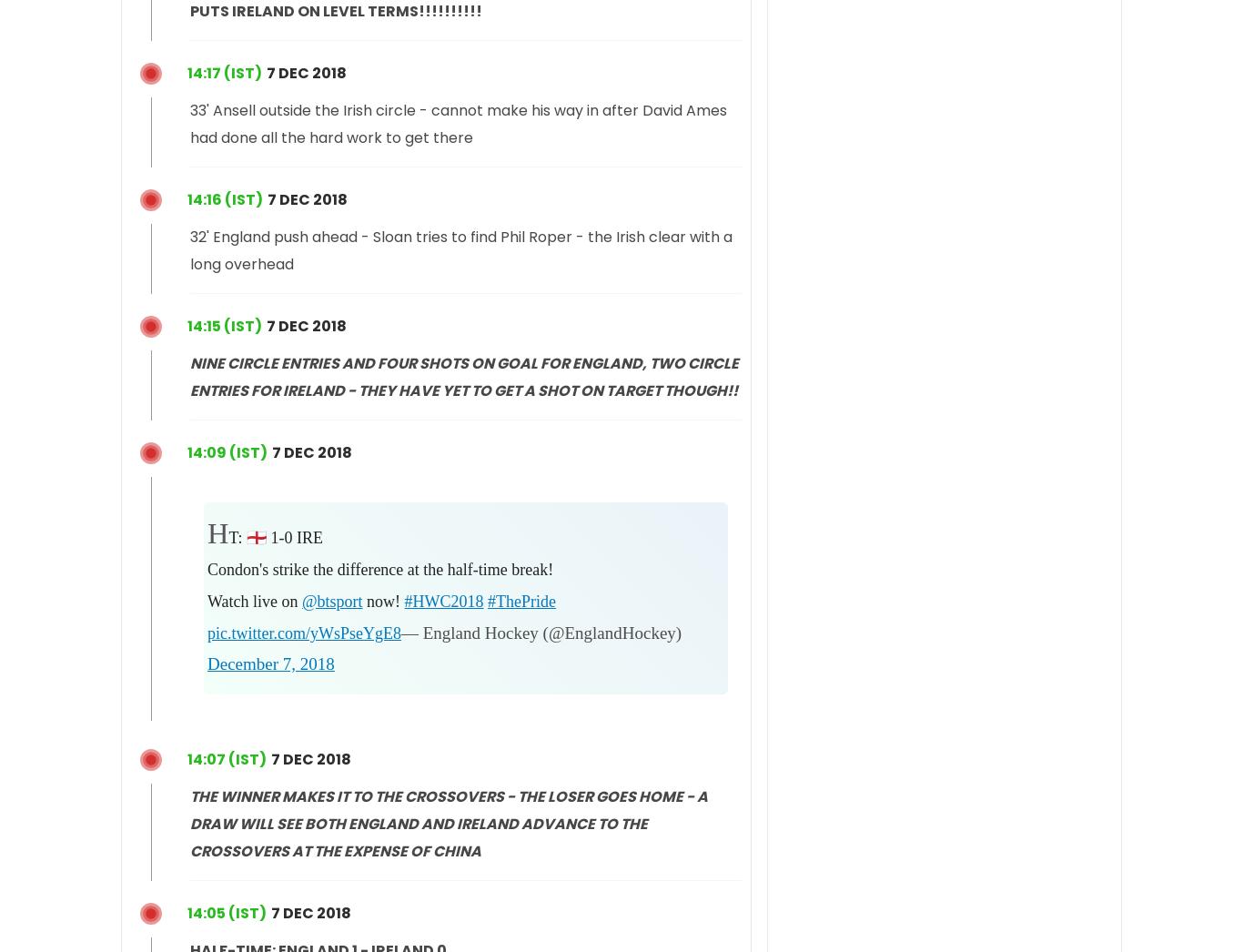  What do you see at coordinates (330, 600) in the screenshot?
I see `'@btsport'` at bounding box center [330, 600].